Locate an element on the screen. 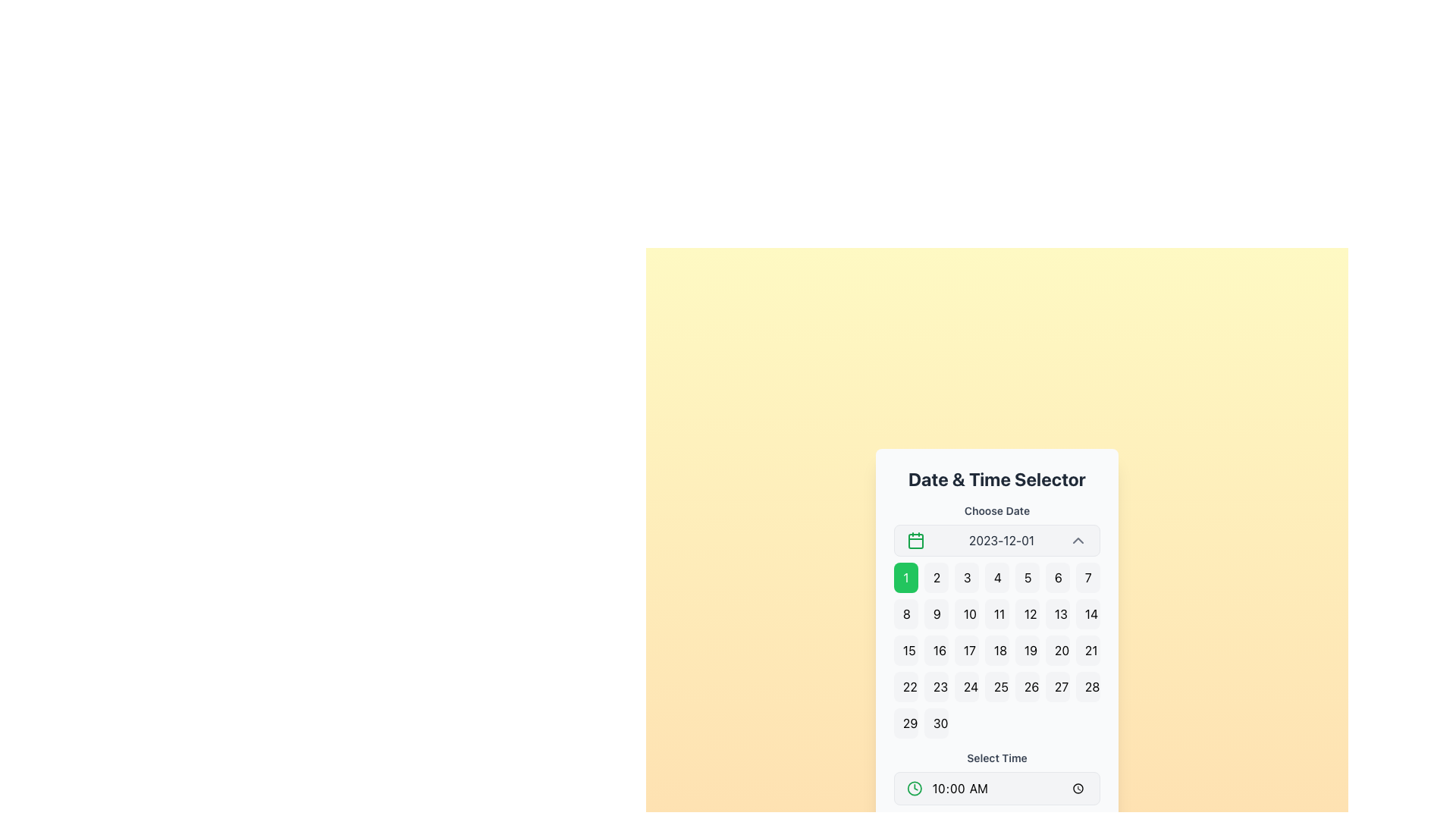  the green calendar icon, which is positioned to the left of the date text '2023-12-01' is located at coordinates (915, 540).